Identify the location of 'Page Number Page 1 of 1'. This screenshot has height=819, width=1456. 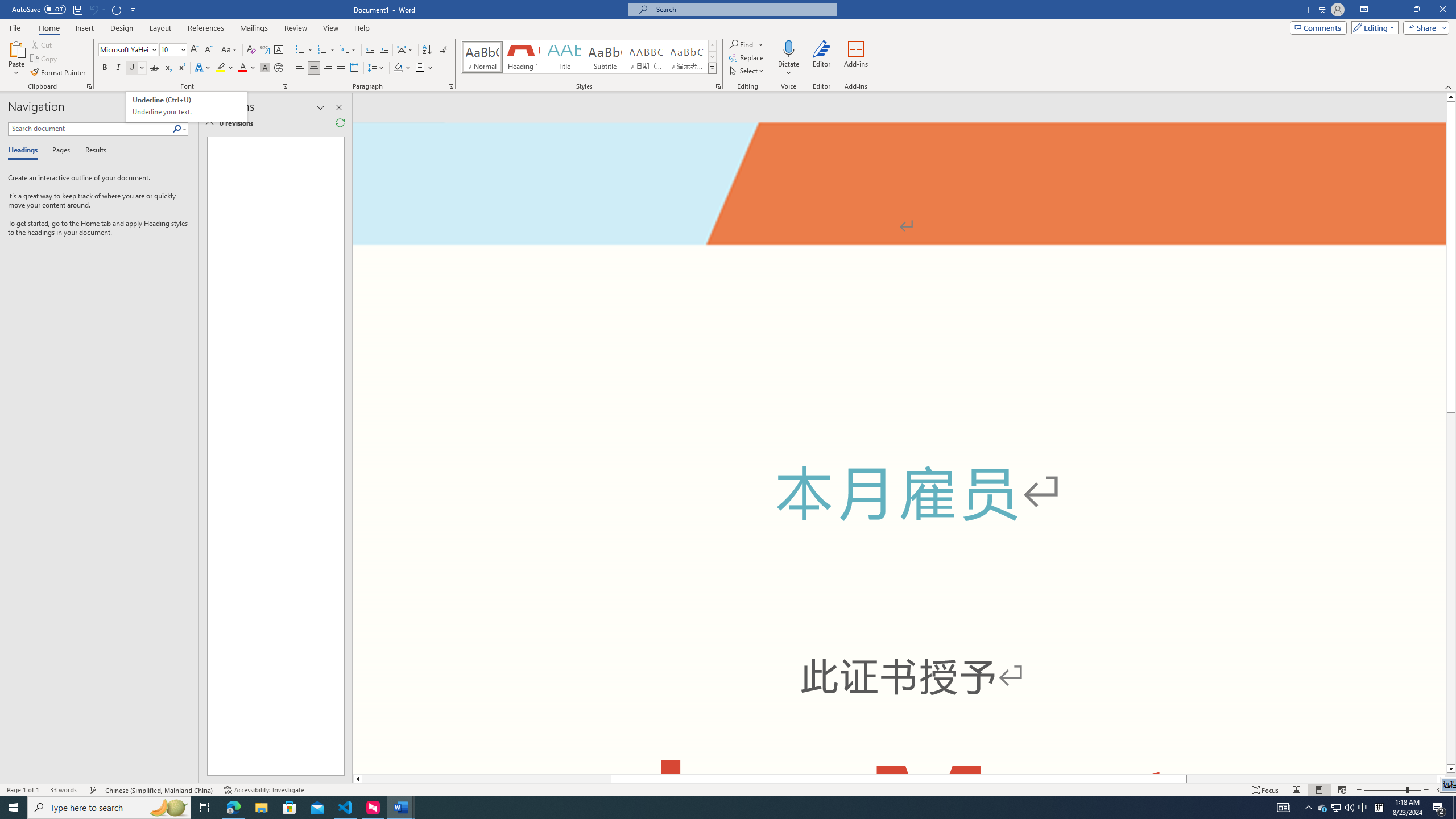
(23, 790).